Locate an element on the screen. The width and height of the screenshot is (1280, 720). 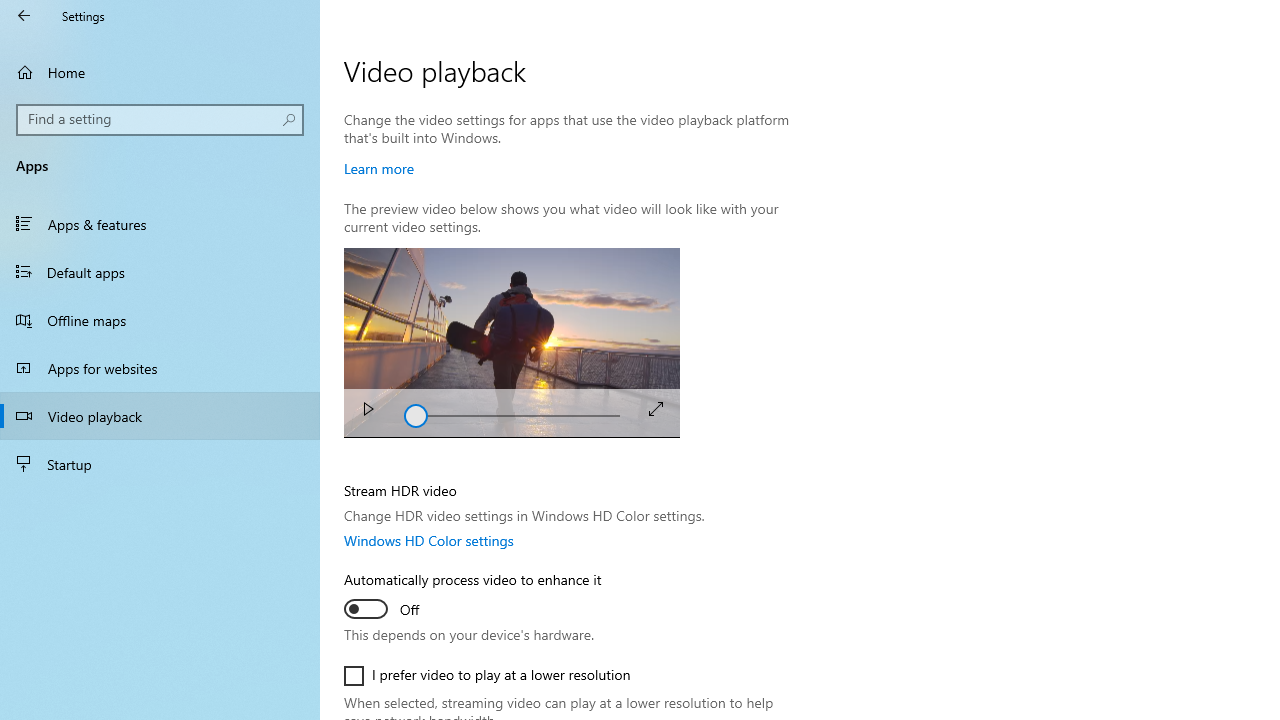
'Windows HD Color settings' is located at coordinates (428, 540).